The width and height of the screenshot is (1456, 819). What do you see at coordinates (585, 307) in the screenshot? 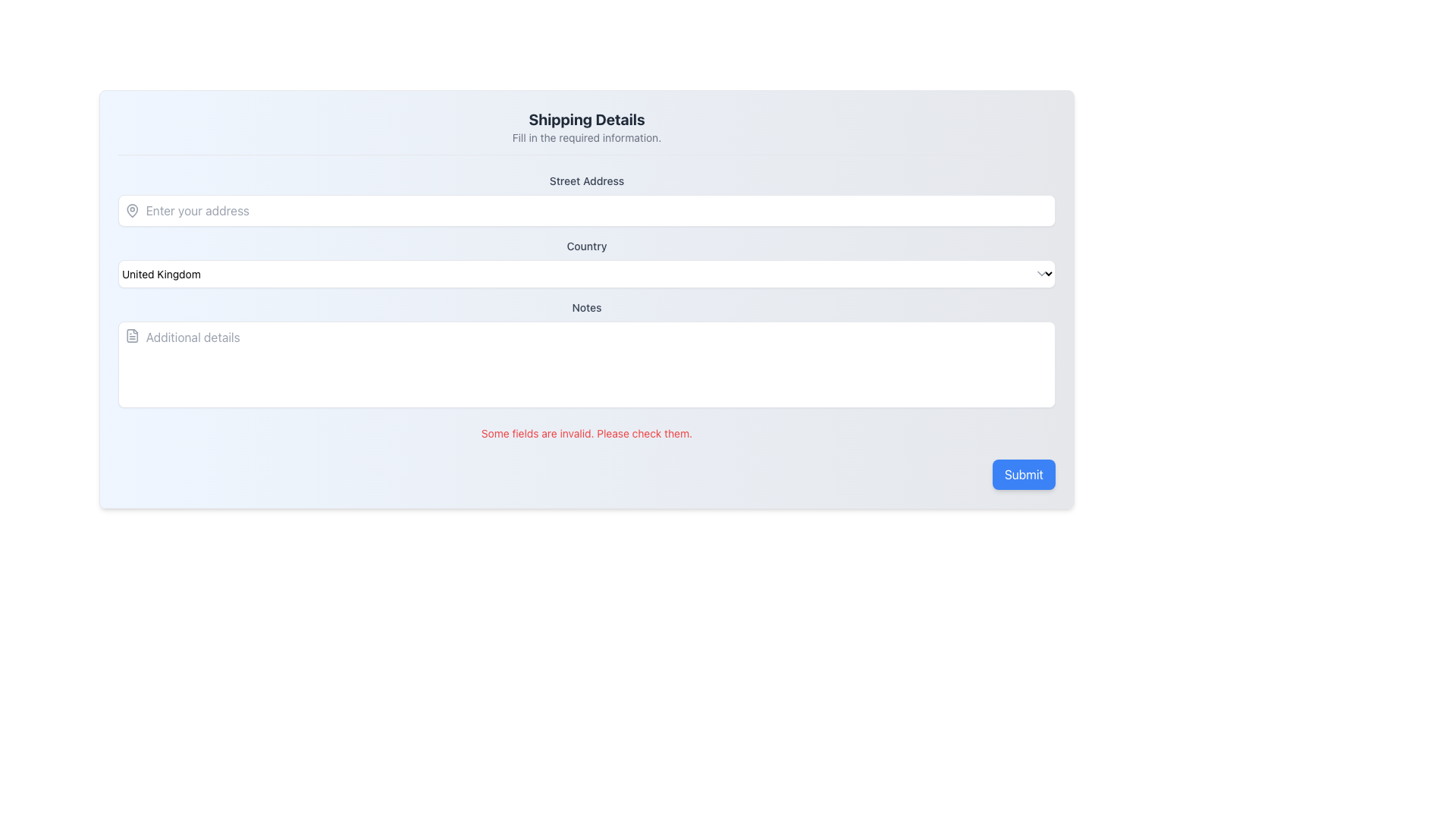
I see `the 'Additional details' label that is positioned above the multiline text input area, providing context for the input field below it` at bounding box center [585, 307].